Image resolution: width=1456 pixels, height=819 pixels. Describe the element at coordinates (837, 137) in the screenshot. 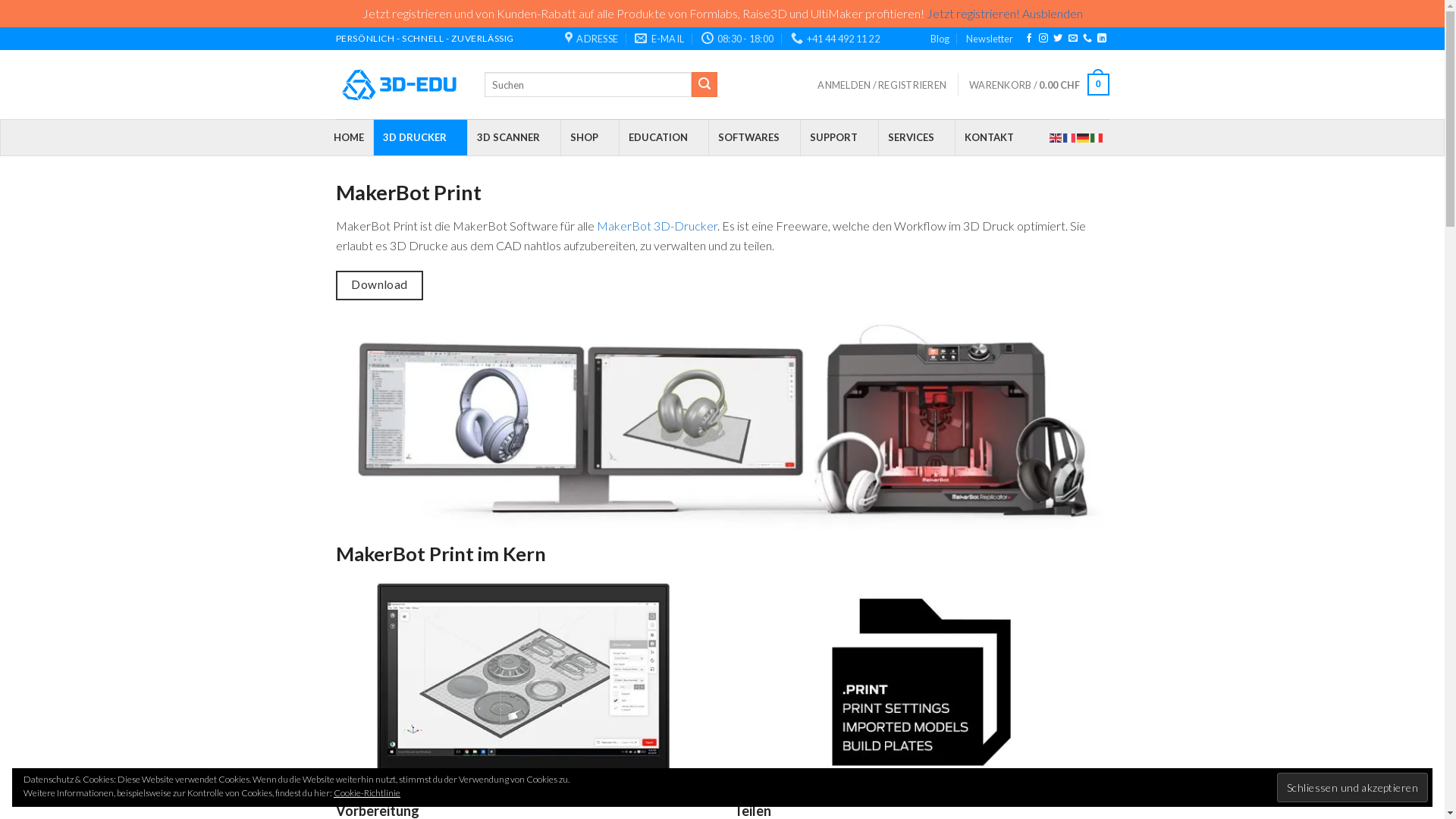

I see `'SUPPORT'` at that location.